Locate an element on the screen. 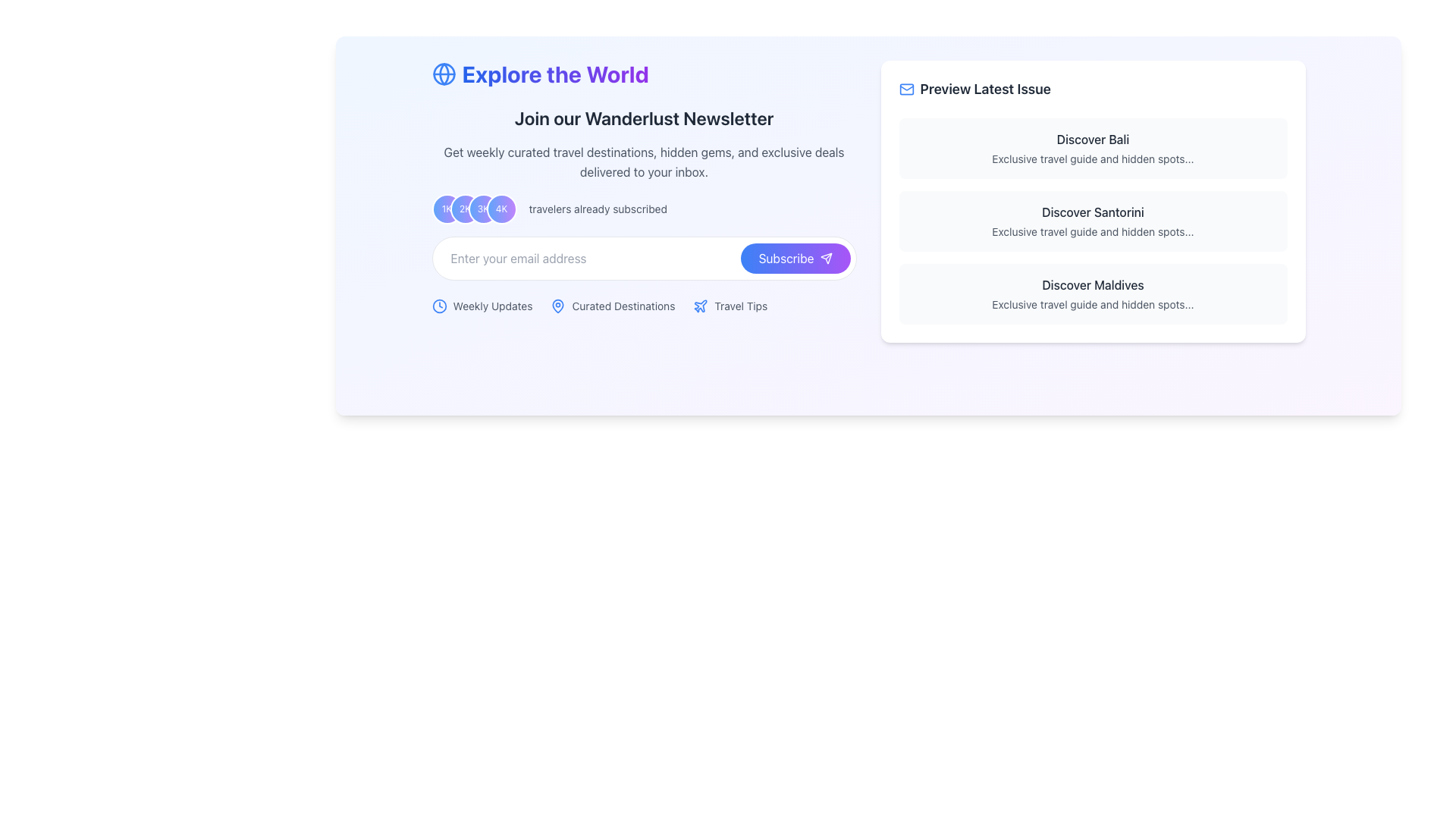  the second card titled 'Discover Santorini' in the right-hand section under 'Preview Latest Issue', which features a white background and rounded corners with a bold title and a gray description is located at coordinates (1093, 201).